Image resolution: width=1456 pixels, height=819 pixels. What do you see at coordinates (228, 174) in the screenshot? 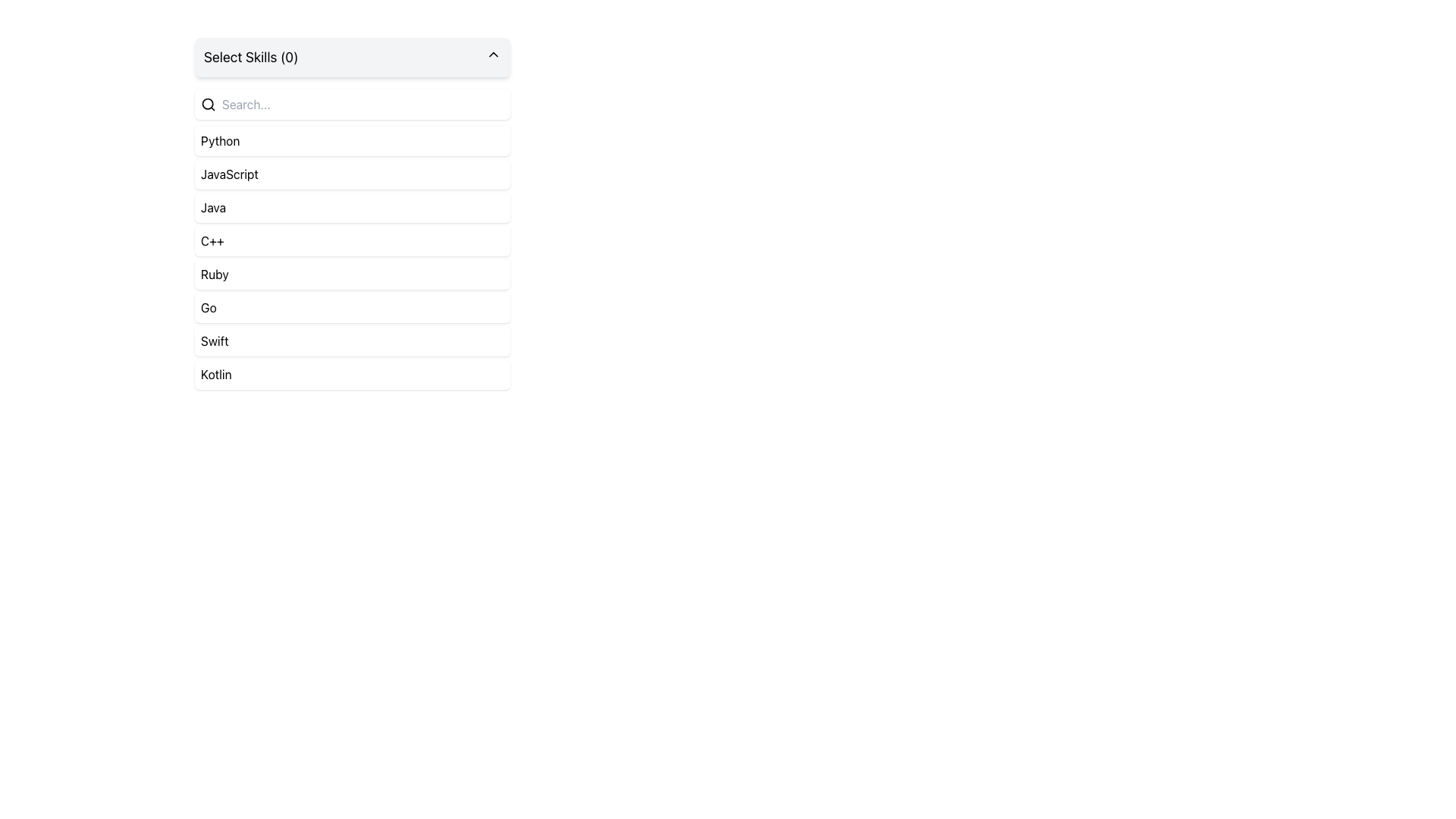
I see `the 'JavaScript' option in the dropdown menu` at bounding box center [228, 174].